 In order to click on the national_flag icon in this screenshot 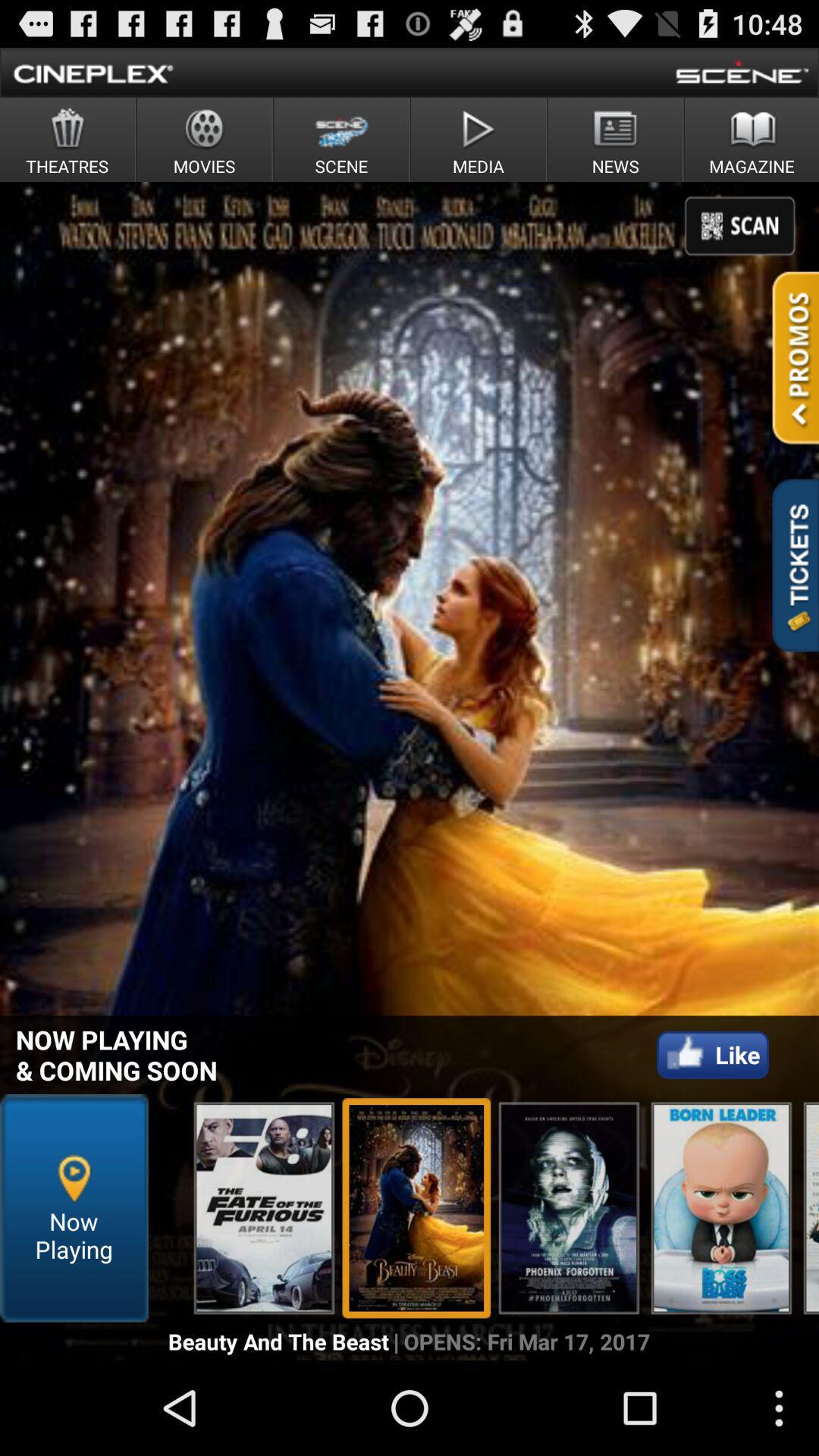, I will do `click(794, 387)`.